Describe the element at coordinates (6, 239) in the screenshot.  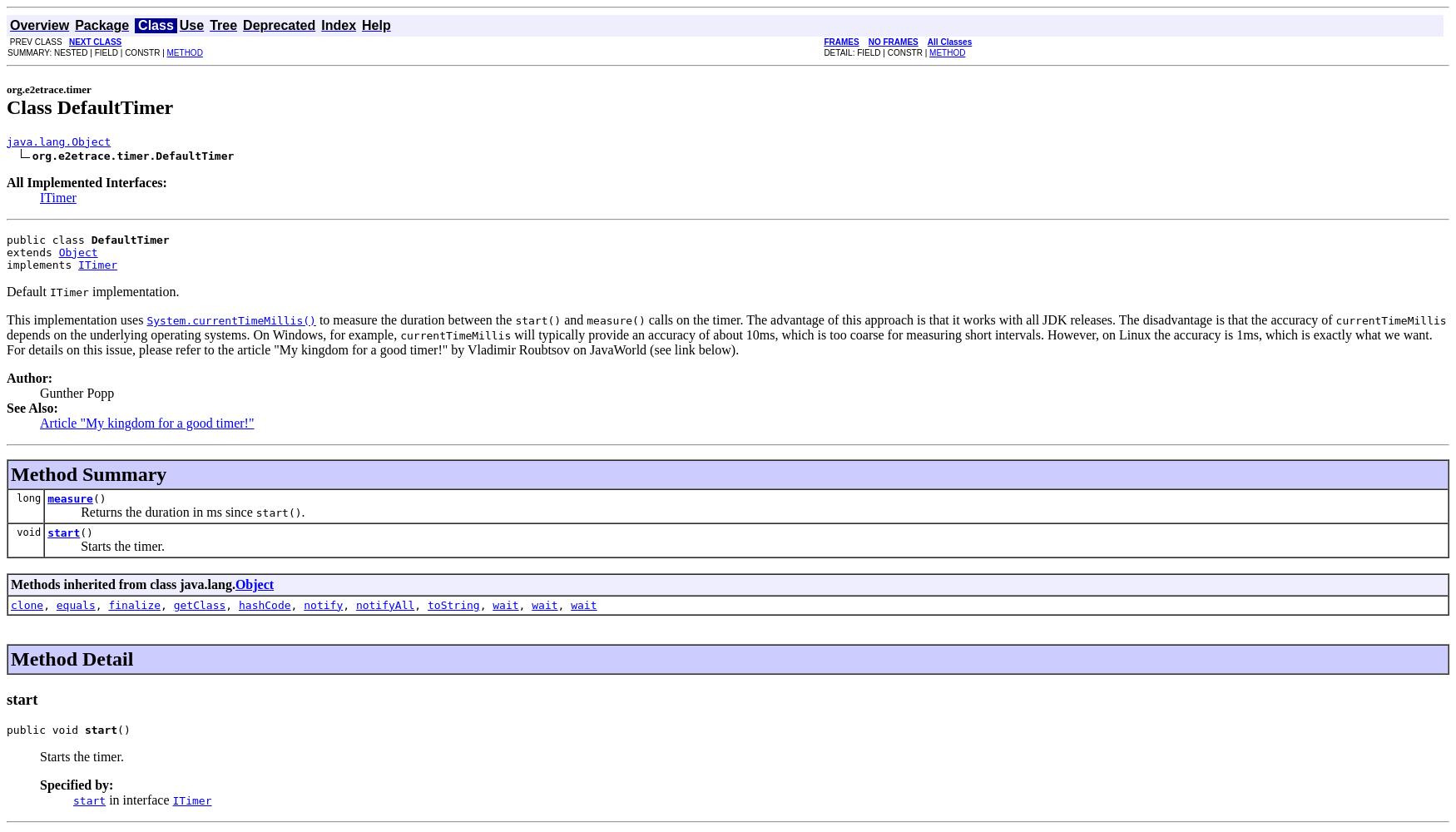
I see `'public class'` at that location.